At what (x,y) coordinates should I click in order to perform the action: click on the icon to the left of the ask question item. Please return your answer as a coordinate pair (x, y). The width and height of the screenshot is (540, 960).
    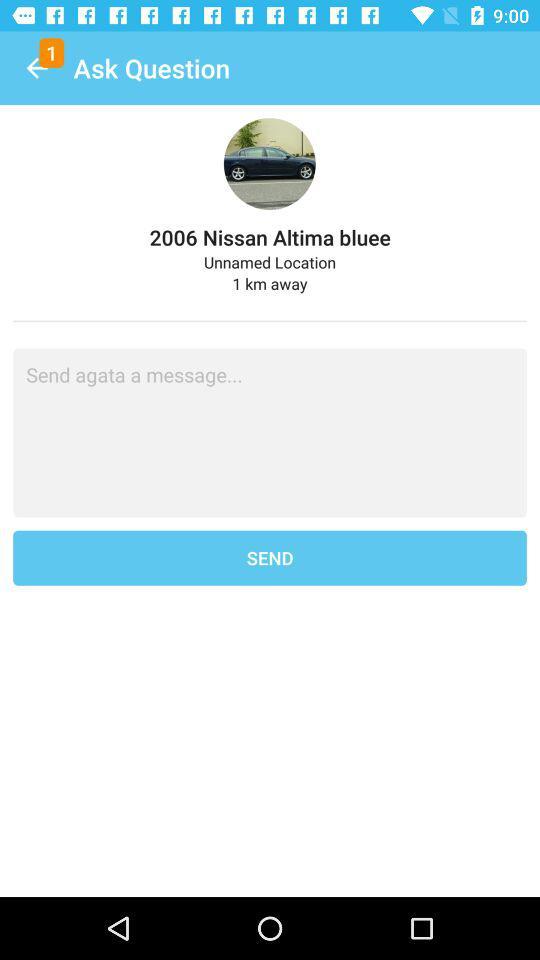
    Looking at the image, I should click on (36, 68).